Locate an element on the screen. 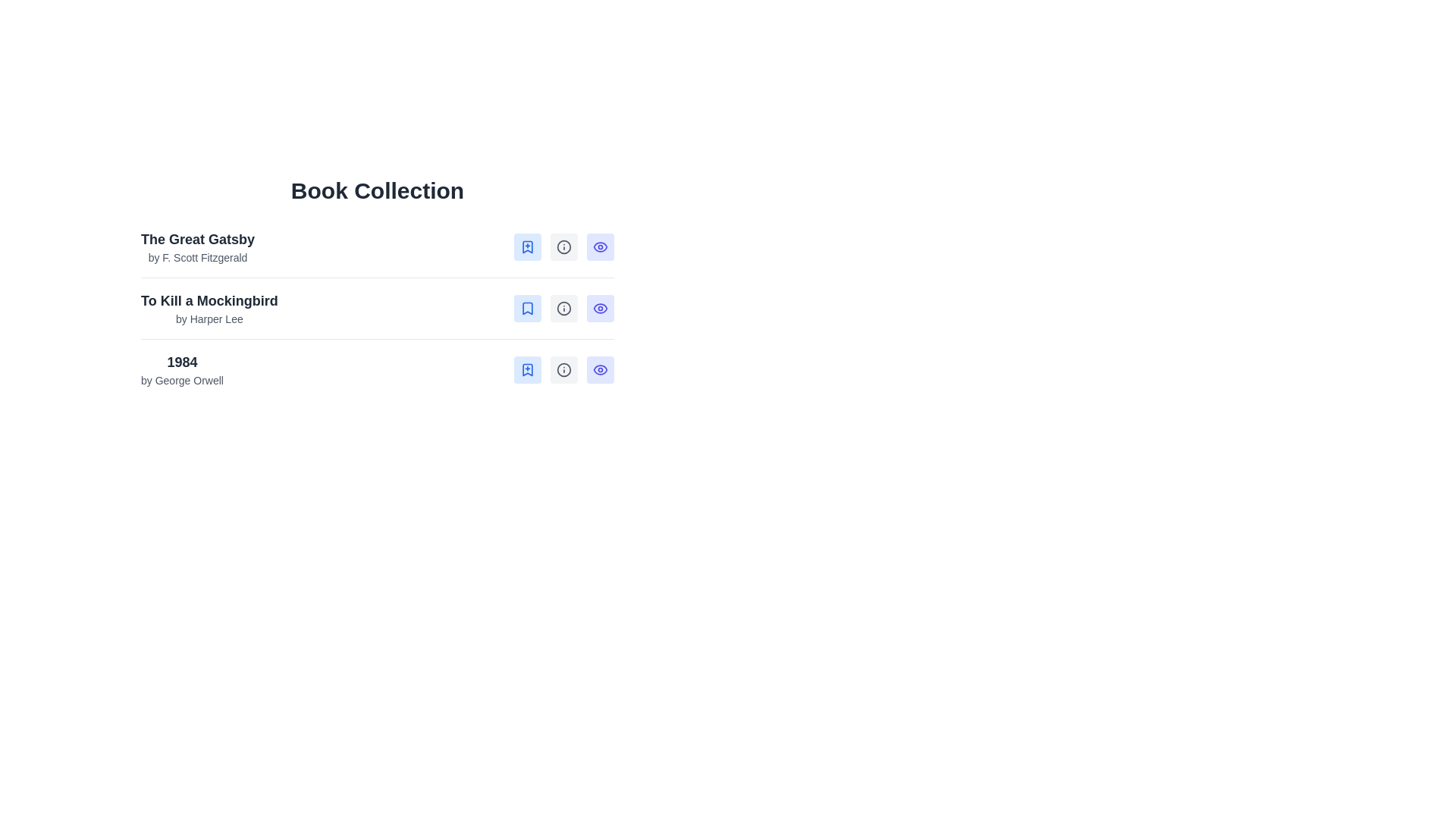 The height and width of the screenshot is (819, 1456). text label displaying 'To Kill a Mockingbird', which is bold and larger than surrounding text, positioned above the subtitle 'by Harper Lee' is located at coordinates (209, 301).